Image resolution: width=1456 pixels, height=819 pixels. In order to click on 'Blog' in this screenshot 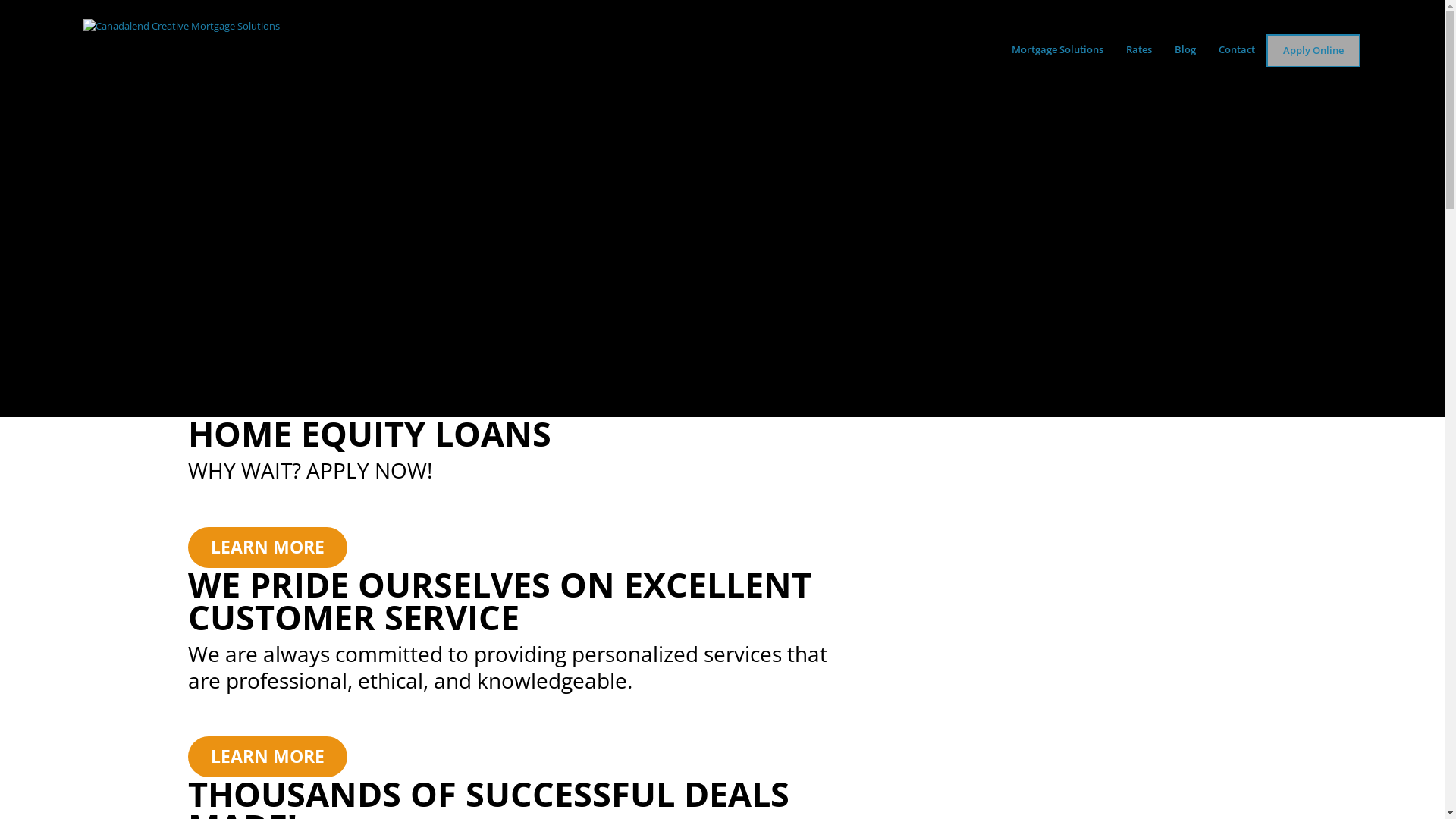, I will do `click(1185, 49)`.